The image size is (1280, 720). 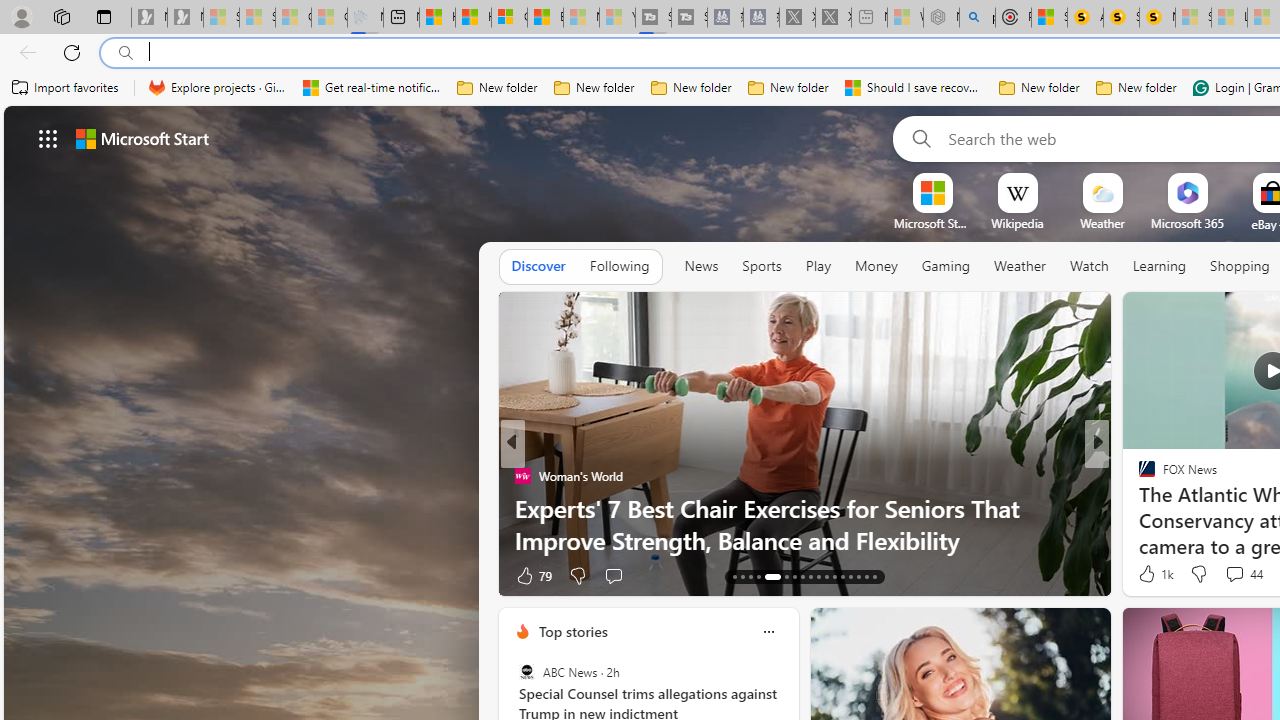 I want to click on 'ABC News', so click(x=526, y=672).